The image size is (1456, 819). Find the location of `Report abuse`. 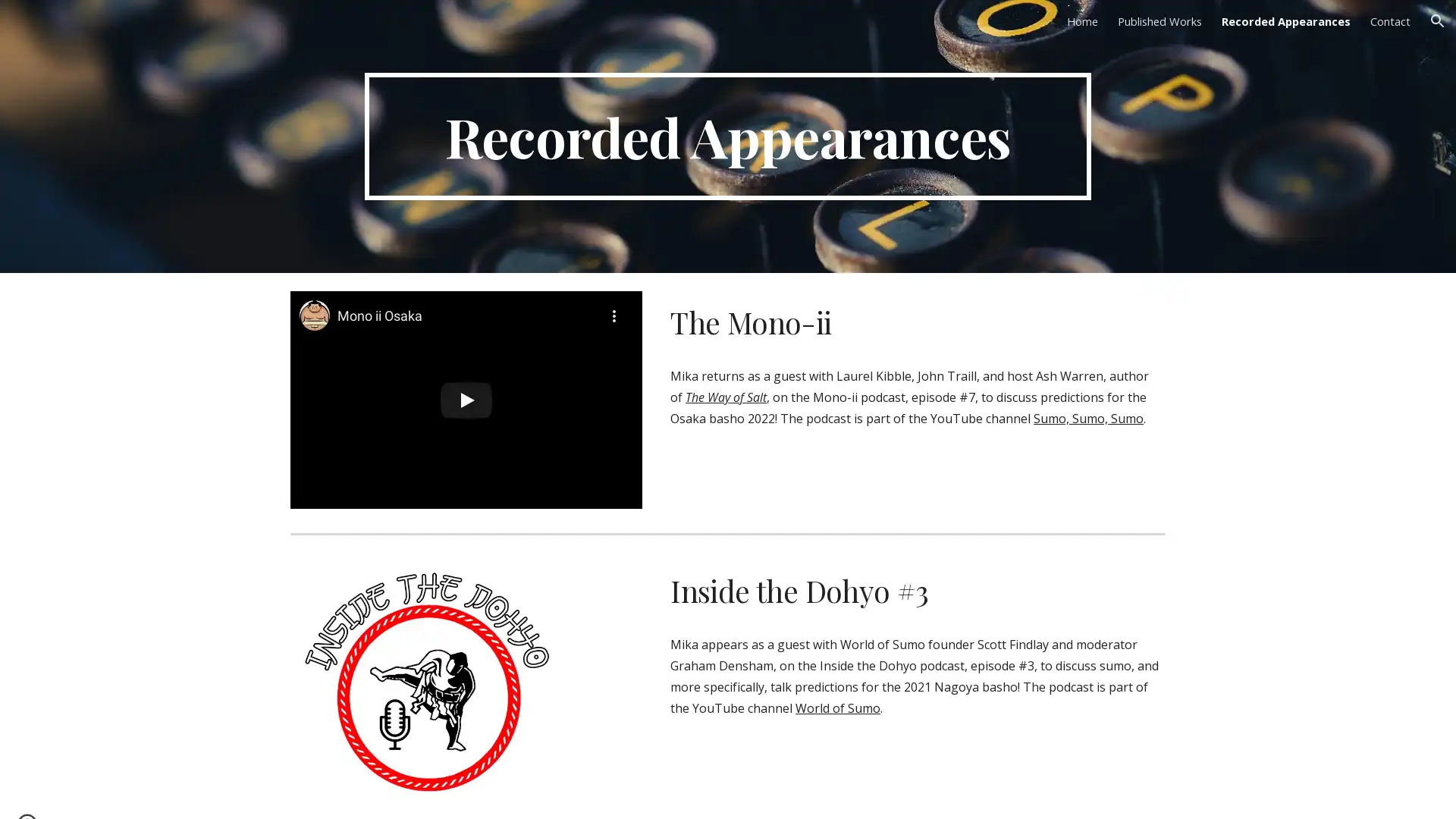

Report abuse is located at coordinates (139, 792).